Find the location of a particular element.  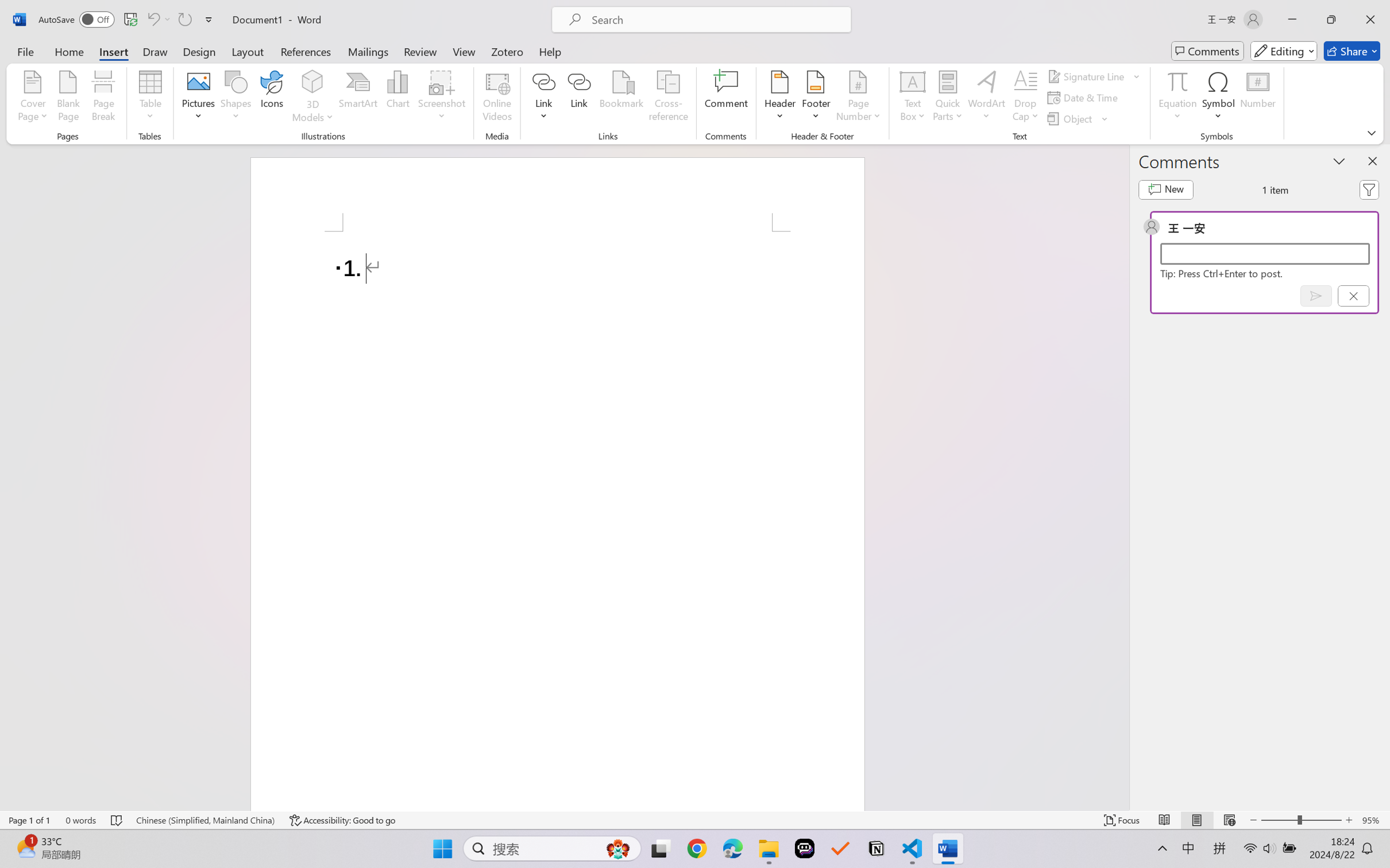

'Online Videos...' is located at coordinates (497, 98).